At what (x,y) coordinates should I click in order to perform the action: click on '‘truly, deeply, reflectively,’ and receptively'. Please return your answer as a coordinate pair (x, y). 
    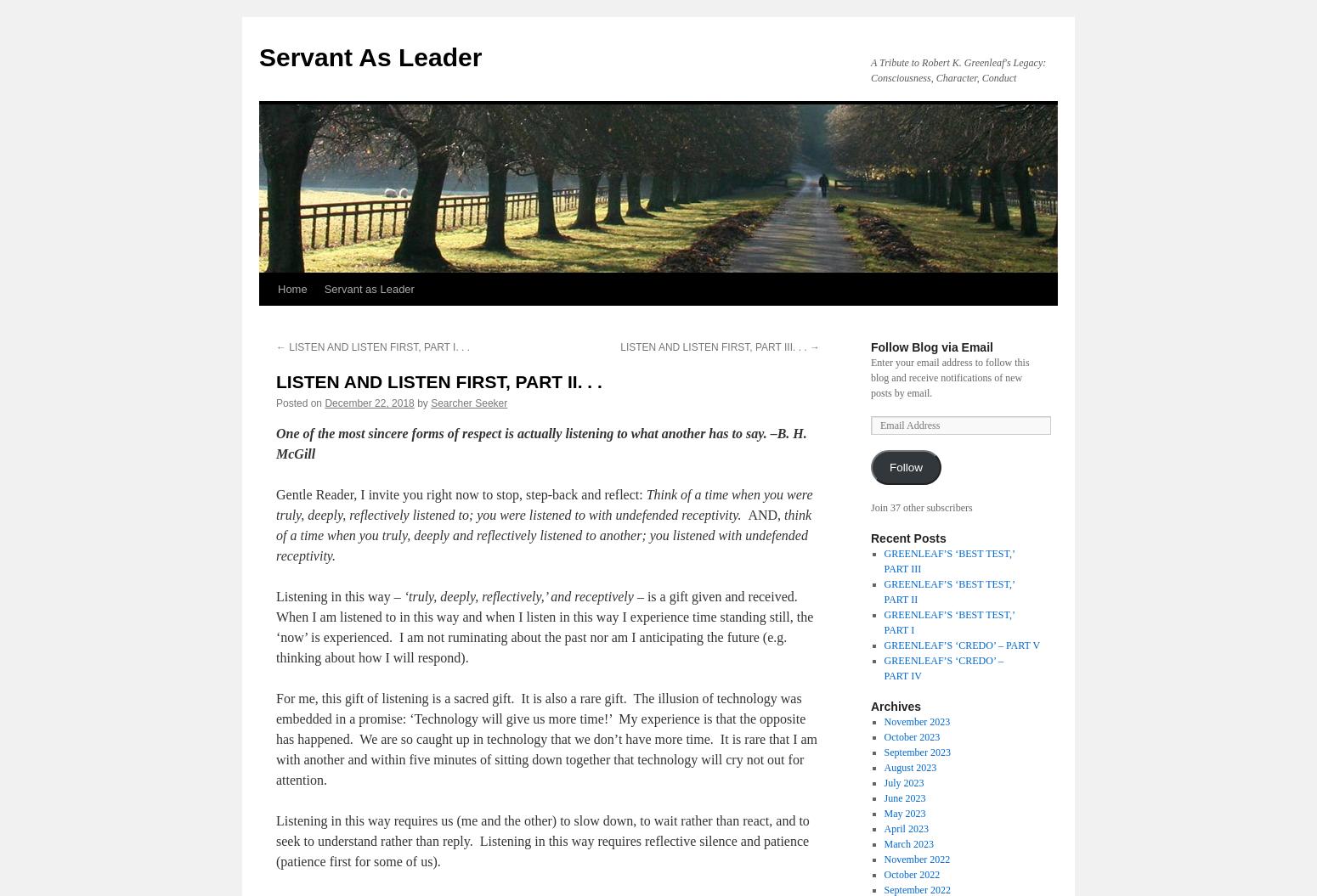
    Looking at the image, I should click on (519, 595).